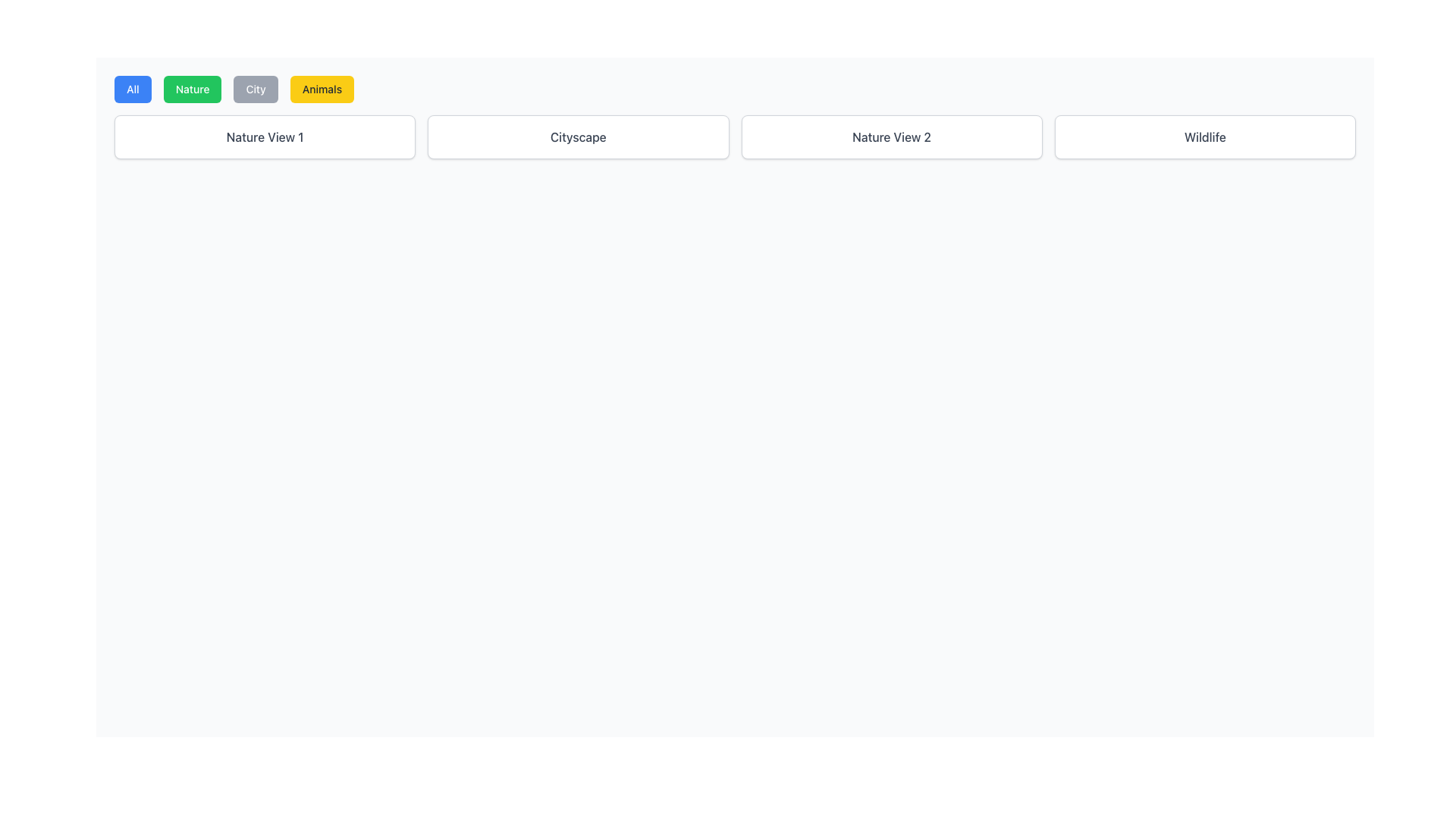 The height and width of the screenshot is (819, 1456). I want to click on the filter button labeled 'All', so click(133, 89).